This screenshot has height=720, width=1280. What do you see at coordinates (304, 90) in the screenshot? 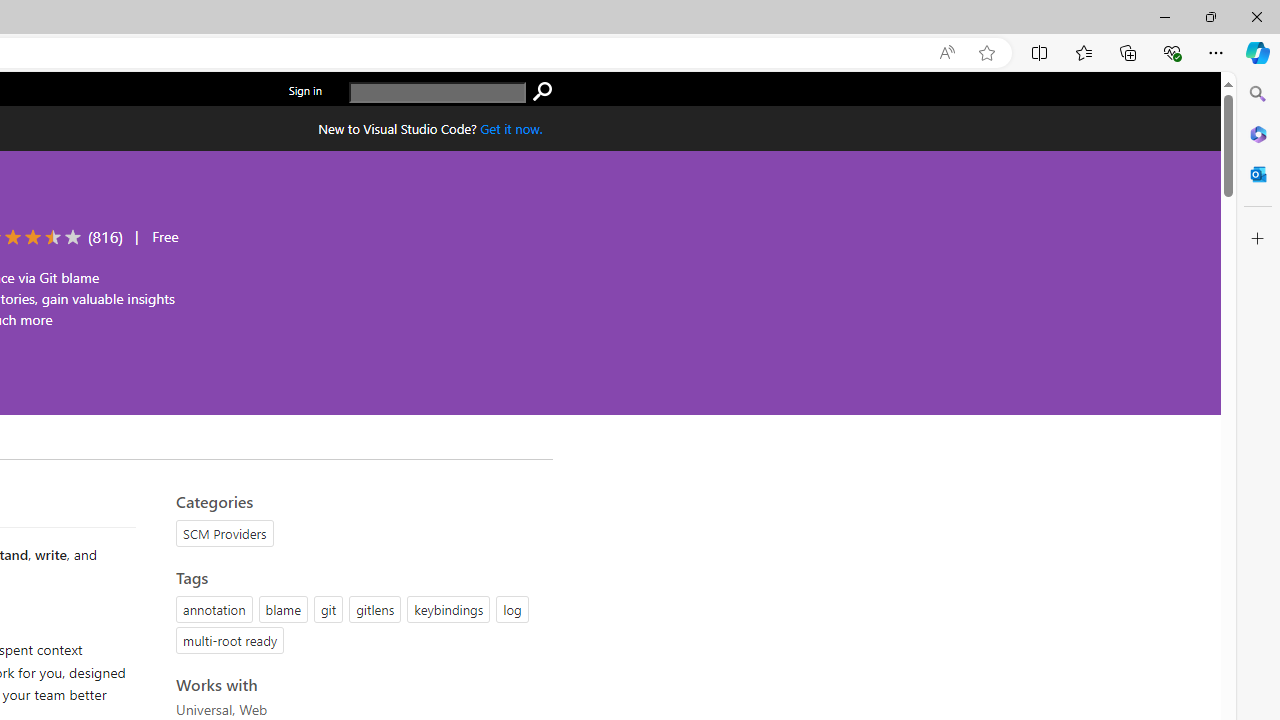
I see `'Sign in'` at bounding box center [304, 90].